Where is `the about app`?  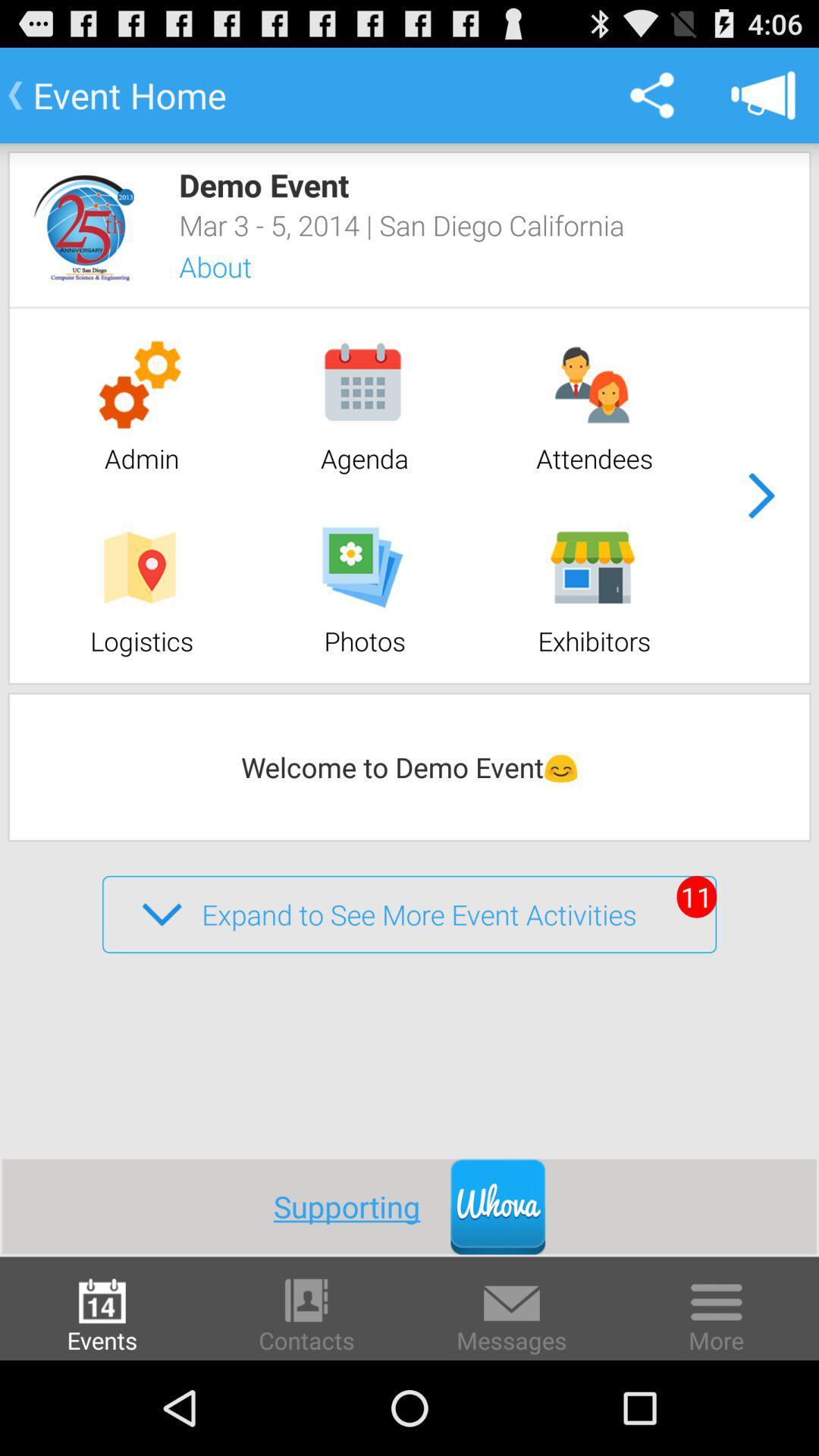
the about app is located at coordinates (235, 268).